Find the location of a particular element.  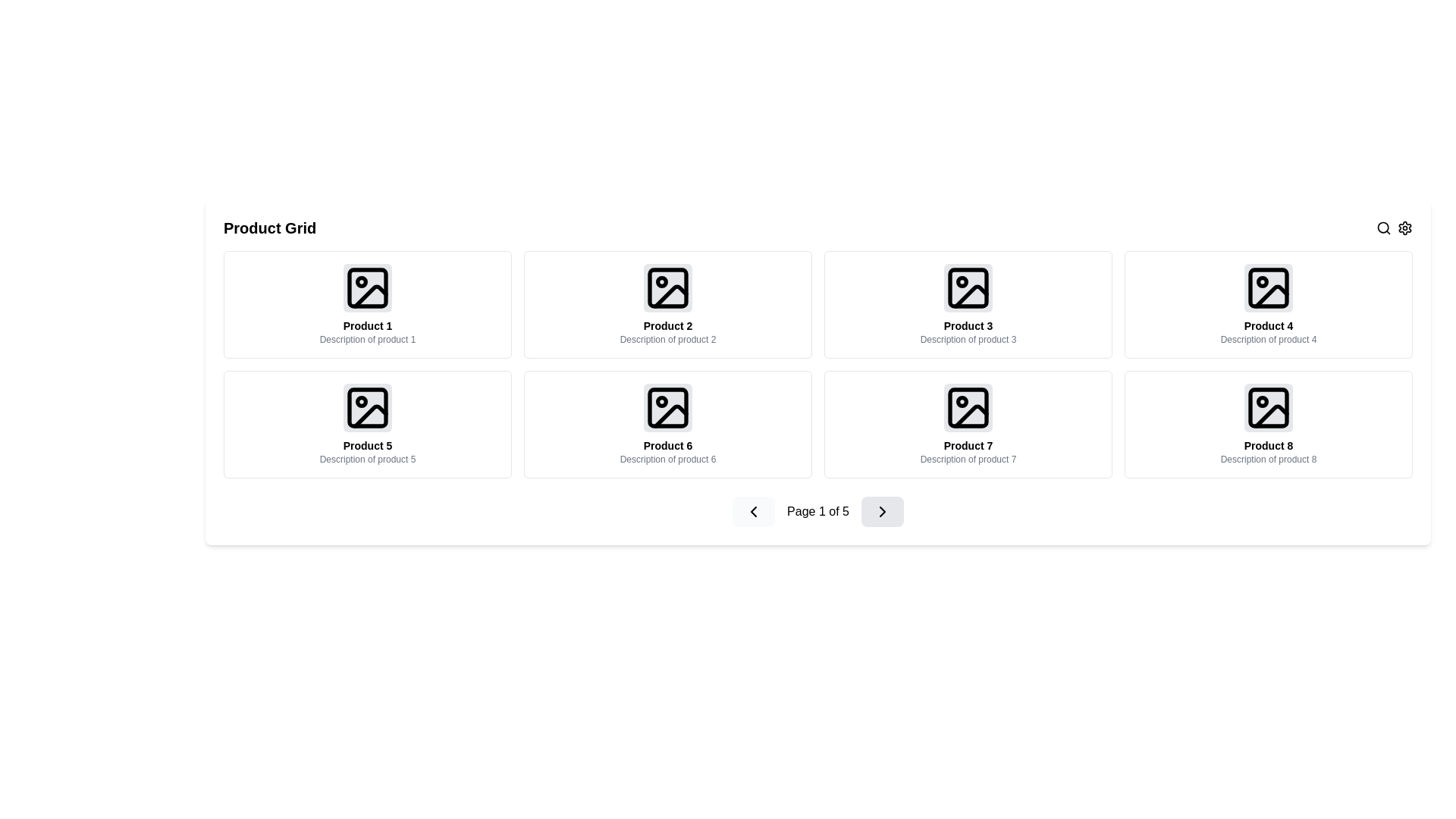

the text label displaying 'Product 6' which is located at the bottom of the sixth product card in a grid layout is located at coordinates (667, 444).